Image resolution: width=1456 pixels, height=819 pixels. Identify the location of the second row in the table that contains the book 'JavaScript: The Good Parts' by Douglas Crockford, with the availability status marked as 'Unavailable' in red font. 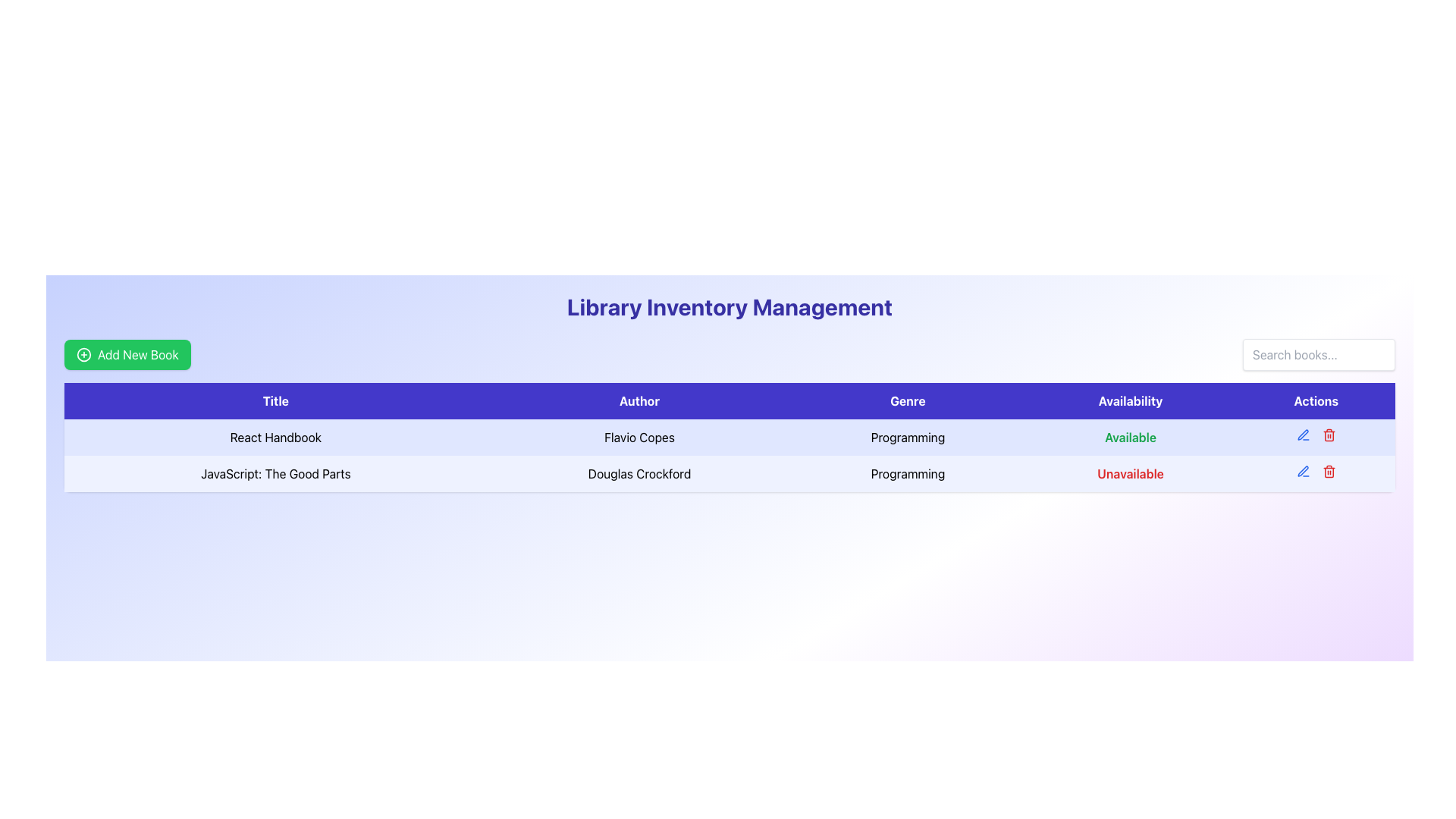
(730, 472).